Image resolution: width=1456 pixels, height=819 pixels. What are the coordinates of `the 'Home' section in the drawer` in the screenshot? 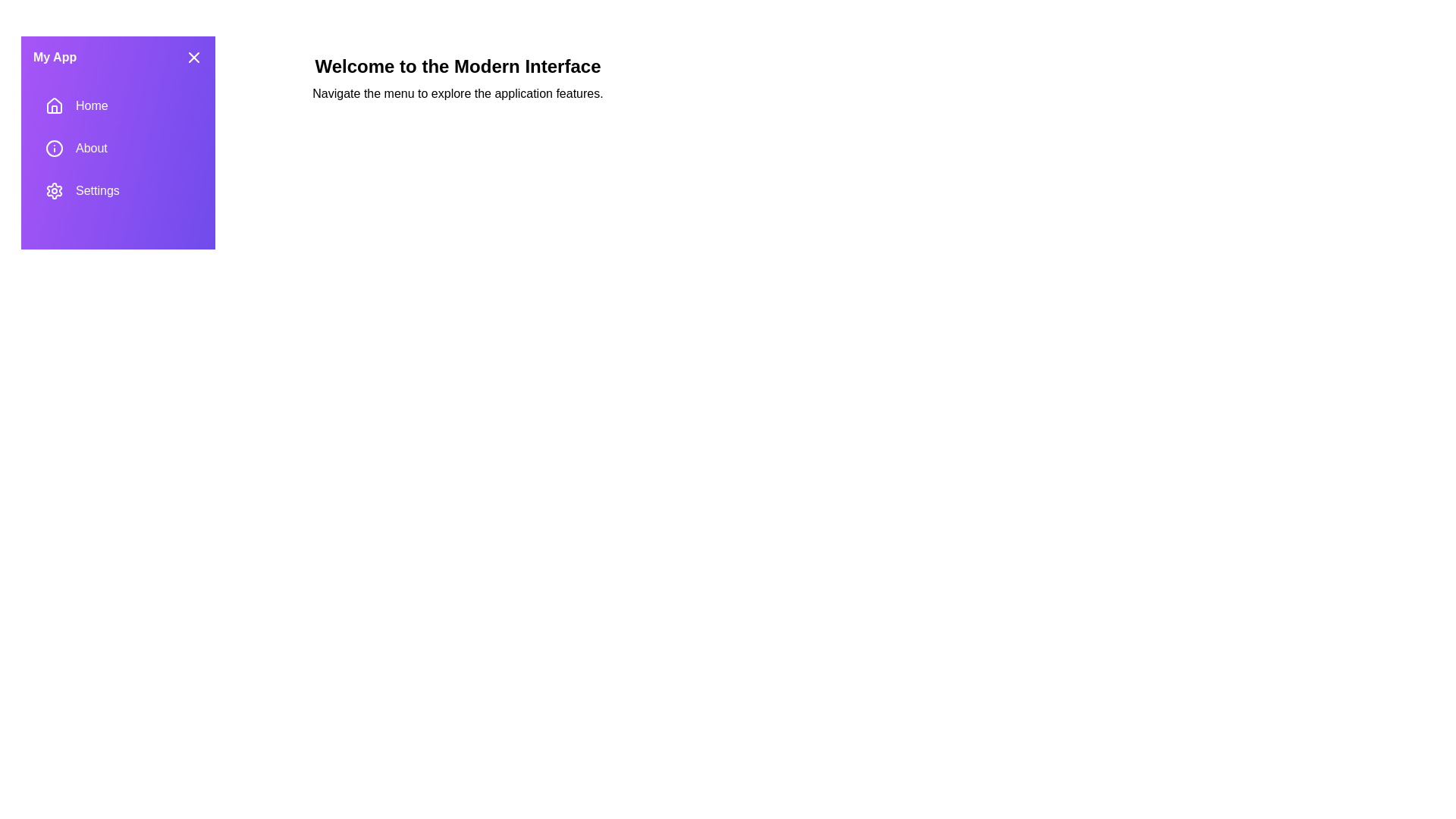 It's located at (118, 105).